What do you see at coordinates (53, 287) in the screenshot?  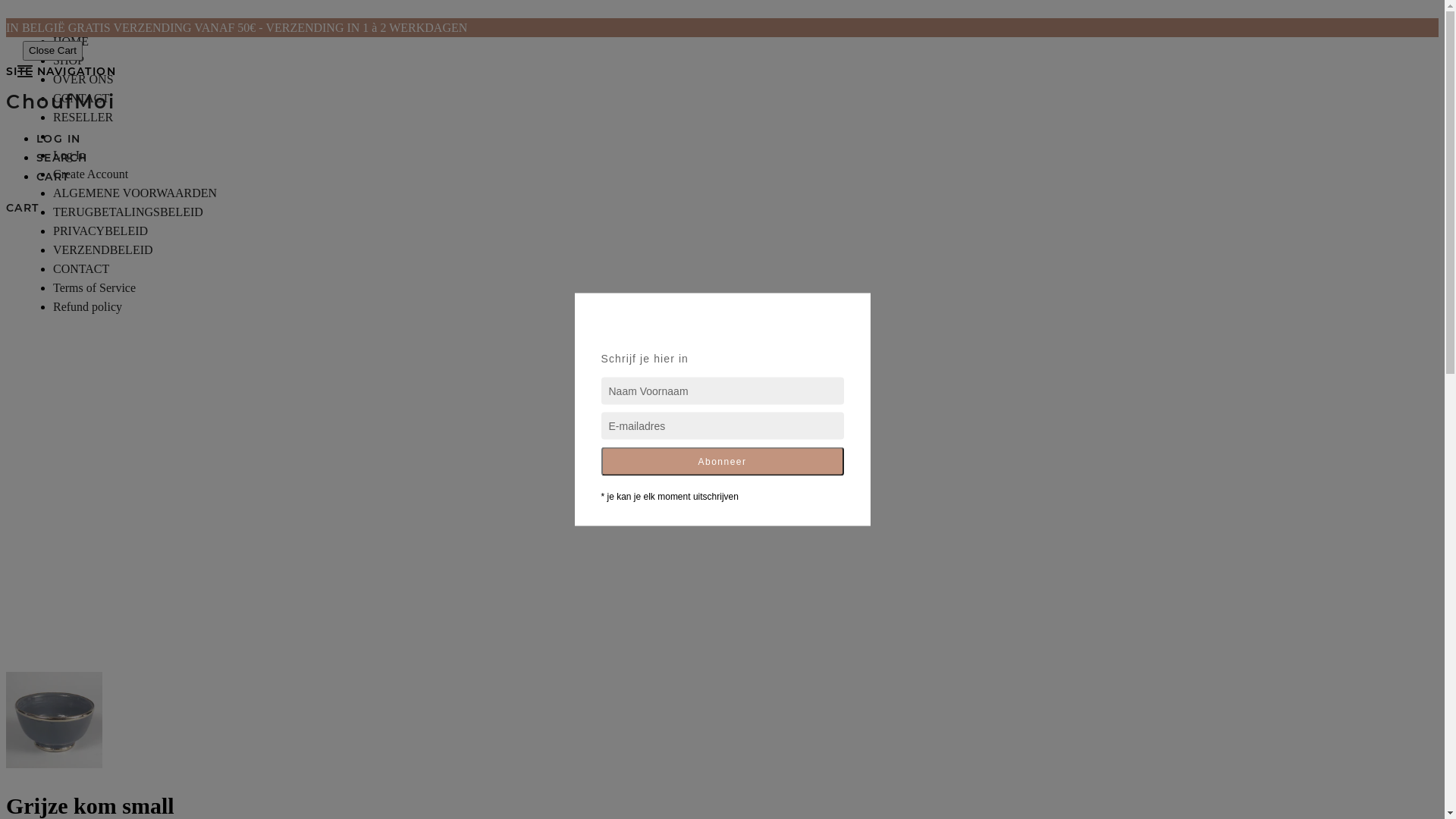 I see `'Terms of Service'` at bounding box center [53, 287].